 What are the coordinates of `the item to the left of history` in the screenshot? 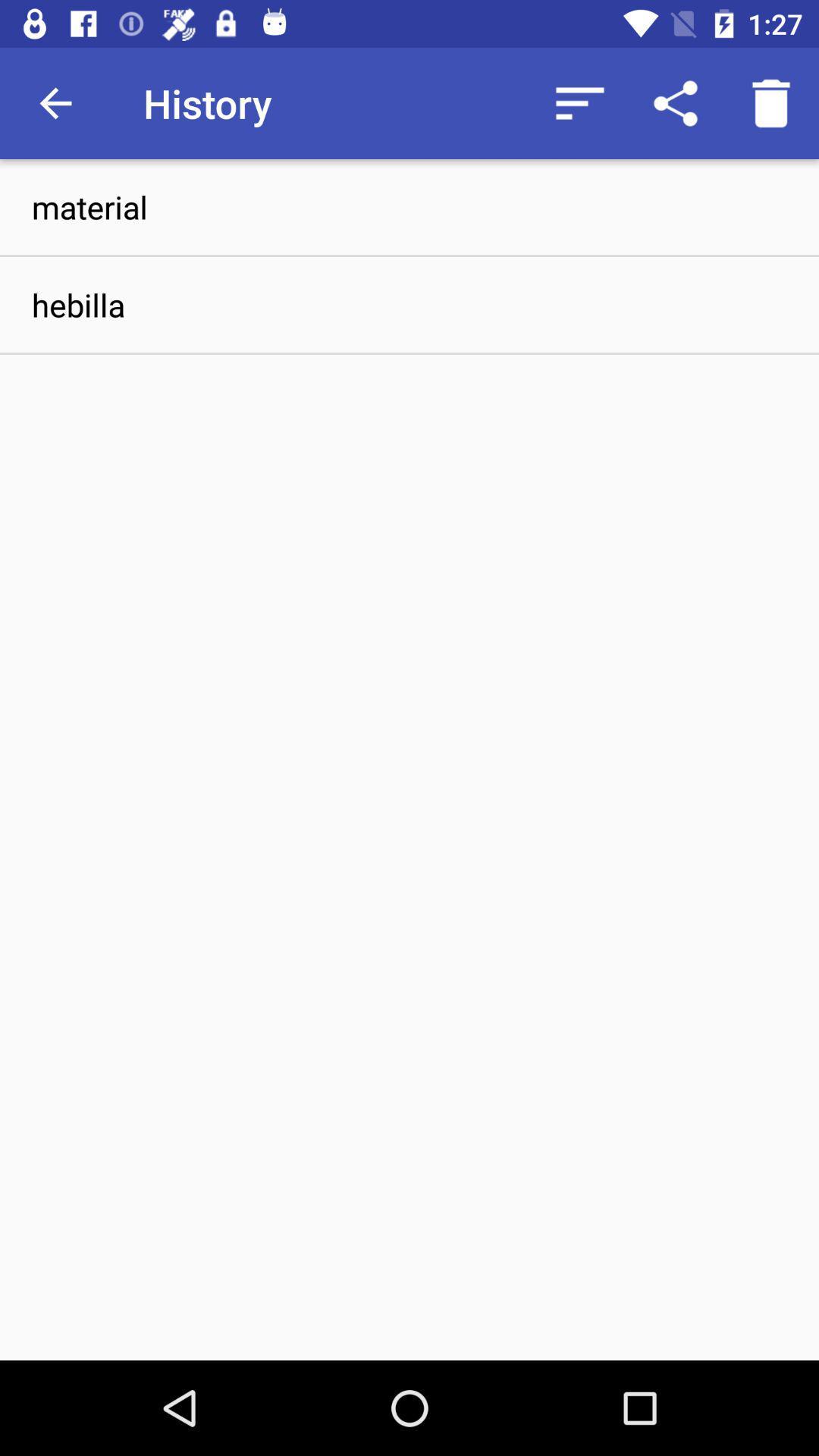 It's located at (55, 102).